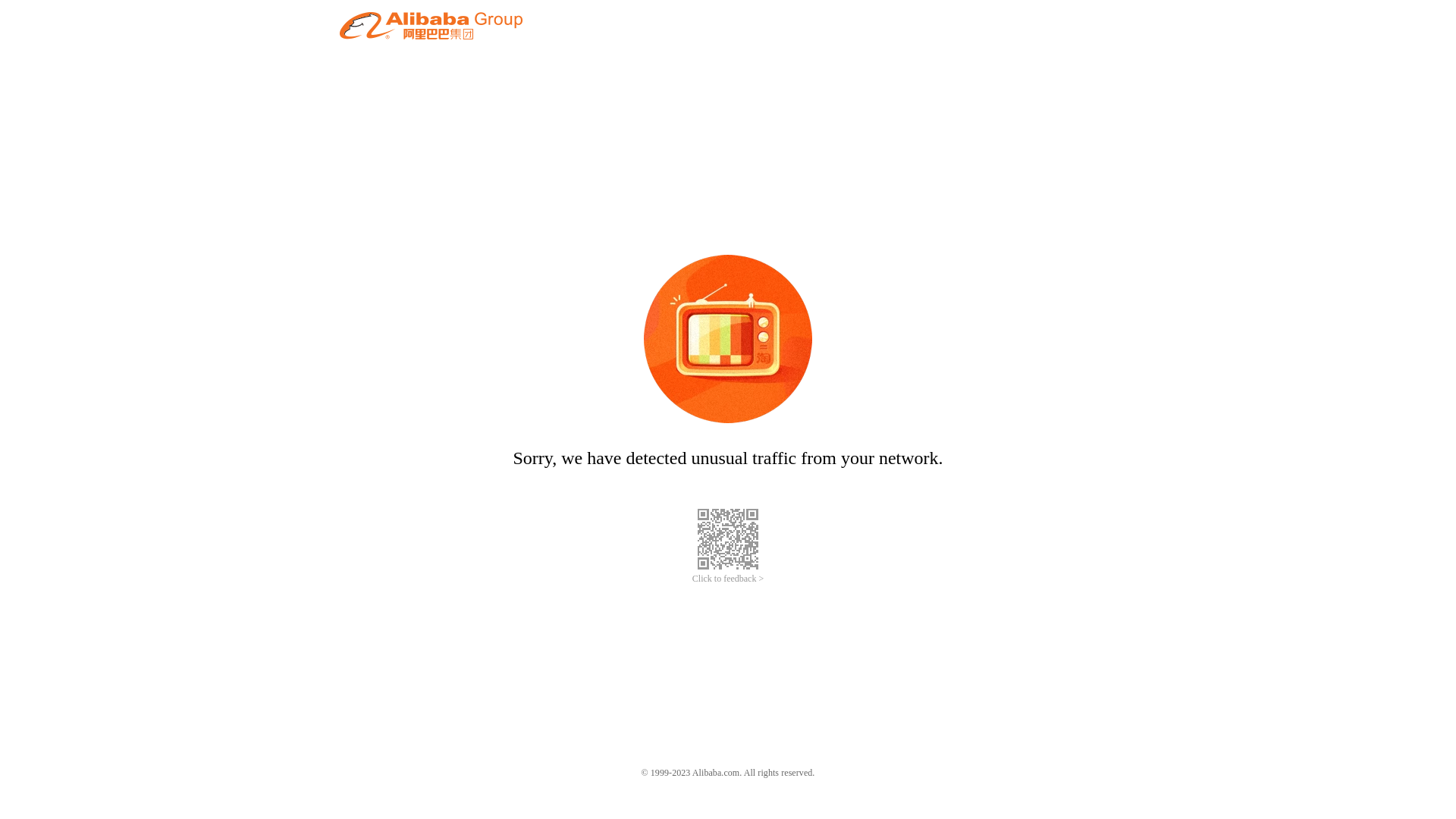 Image resolution: width=1456 pixels, height=819 pixels. What do you see at coordinates (728, 579) in the screenshot?
I see `'Click to feedback >'` at bounding box center [728, 579].